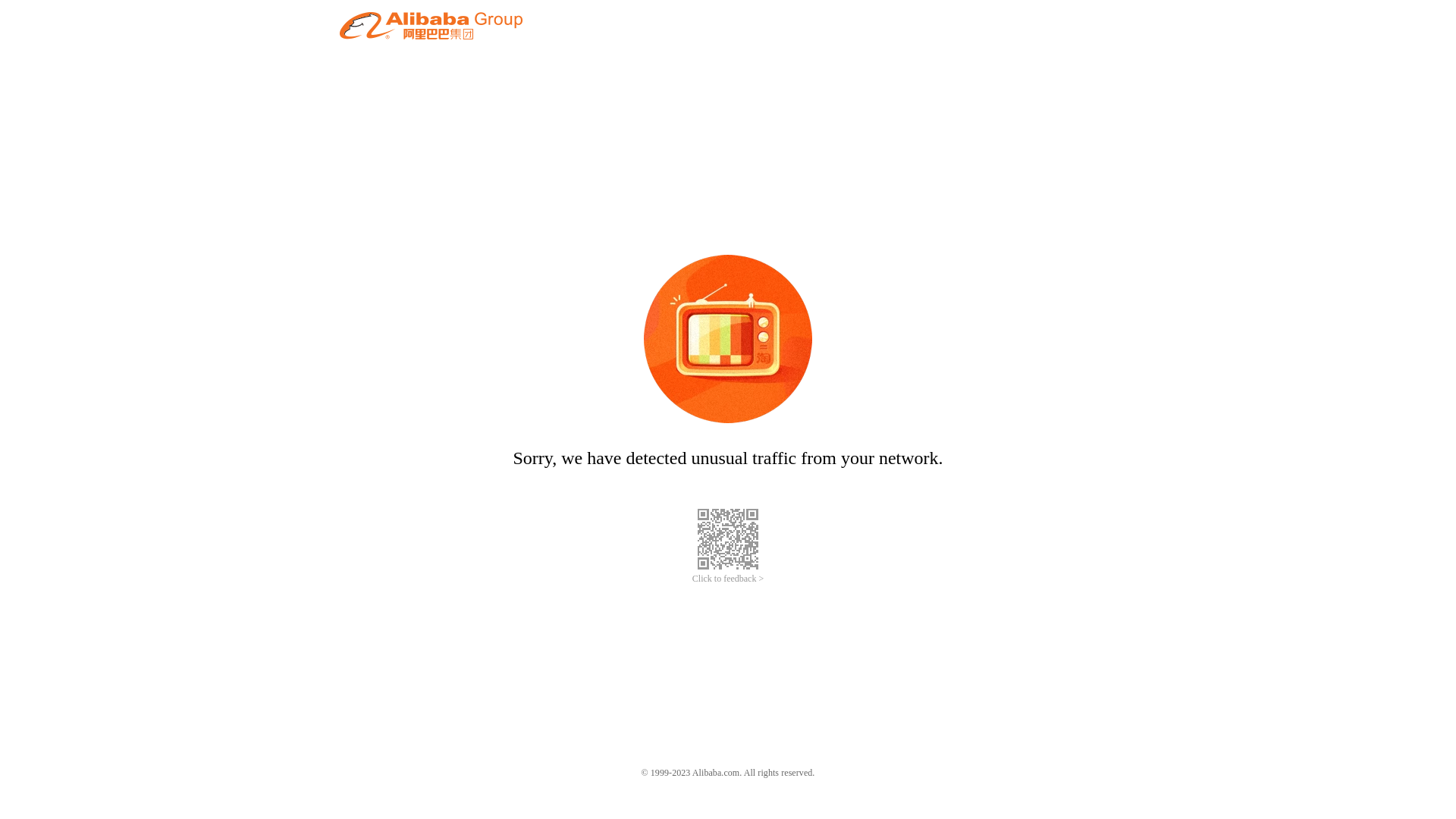 Image resolution: width=1456 pixels, height=819 pixels. What do you see at coordinates (728, 579) in the screenshot?
I see `'Click to feedback >'` at bounding box center [728, 579].